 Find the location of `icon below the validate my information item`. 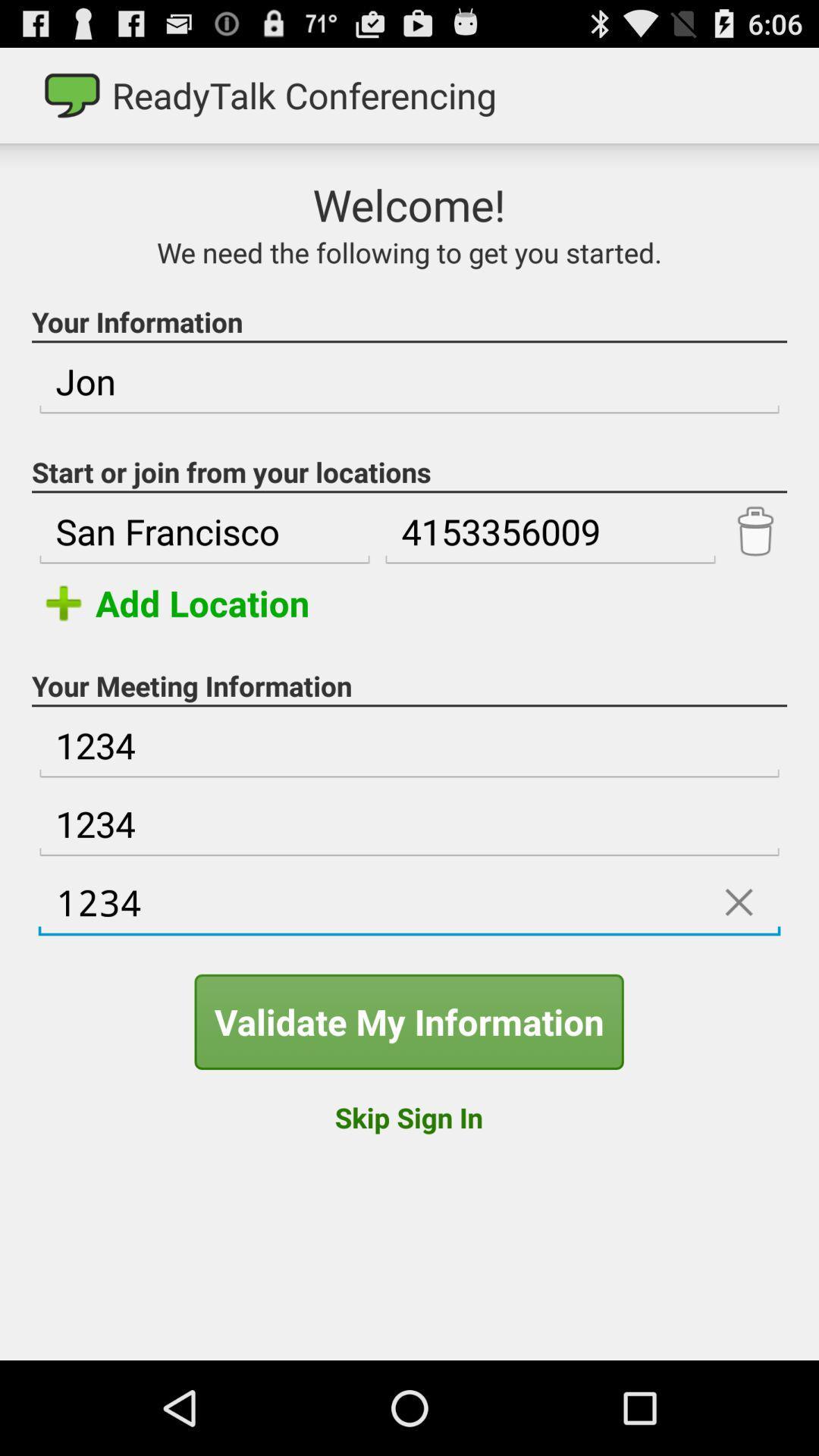

icon below the validate my information item is located at coordinates (408, 1117).